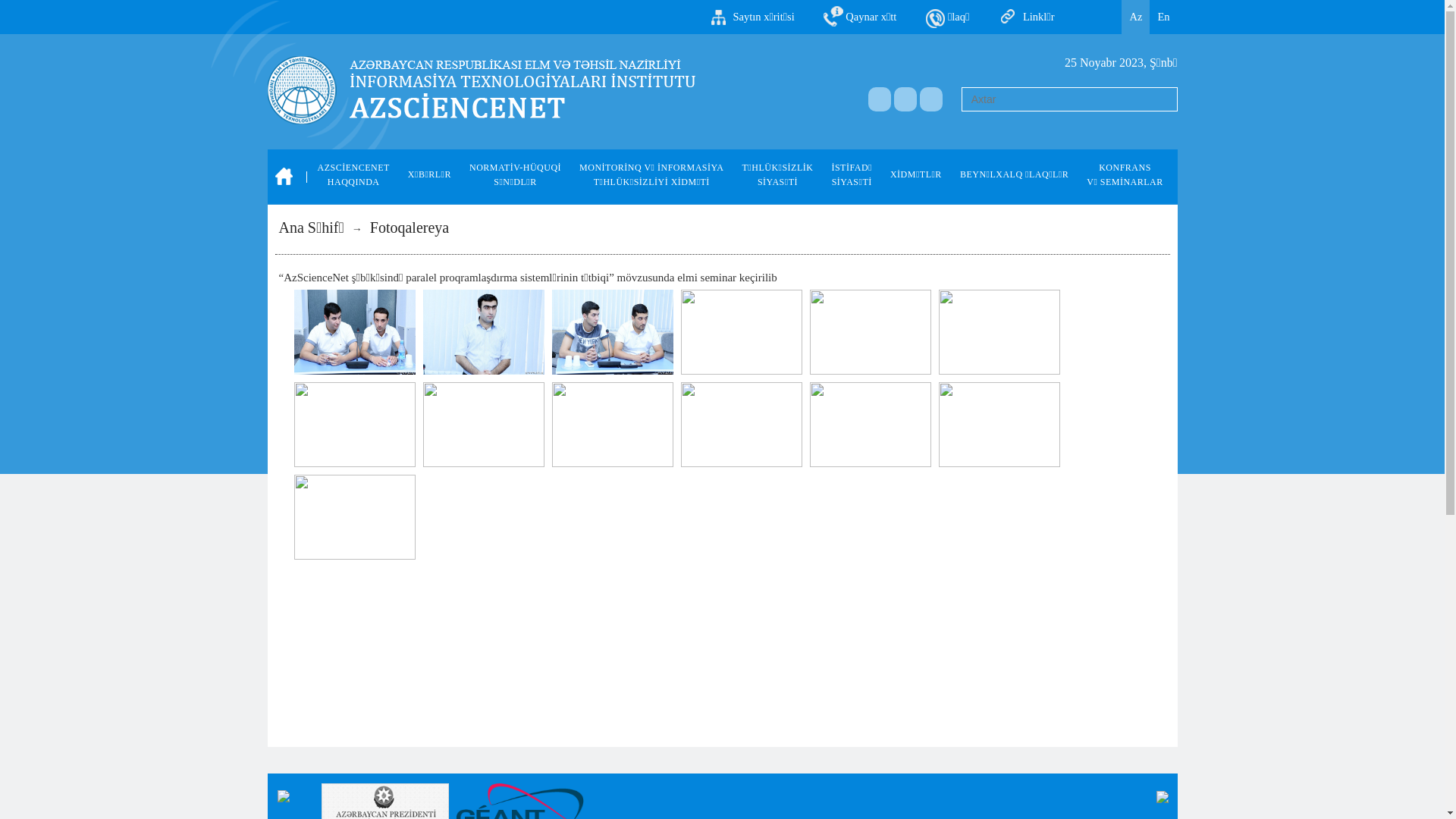  Describe the element at coordinates (409, 227) in the screenshot. I see `'Fotoqalereya'` at that location.